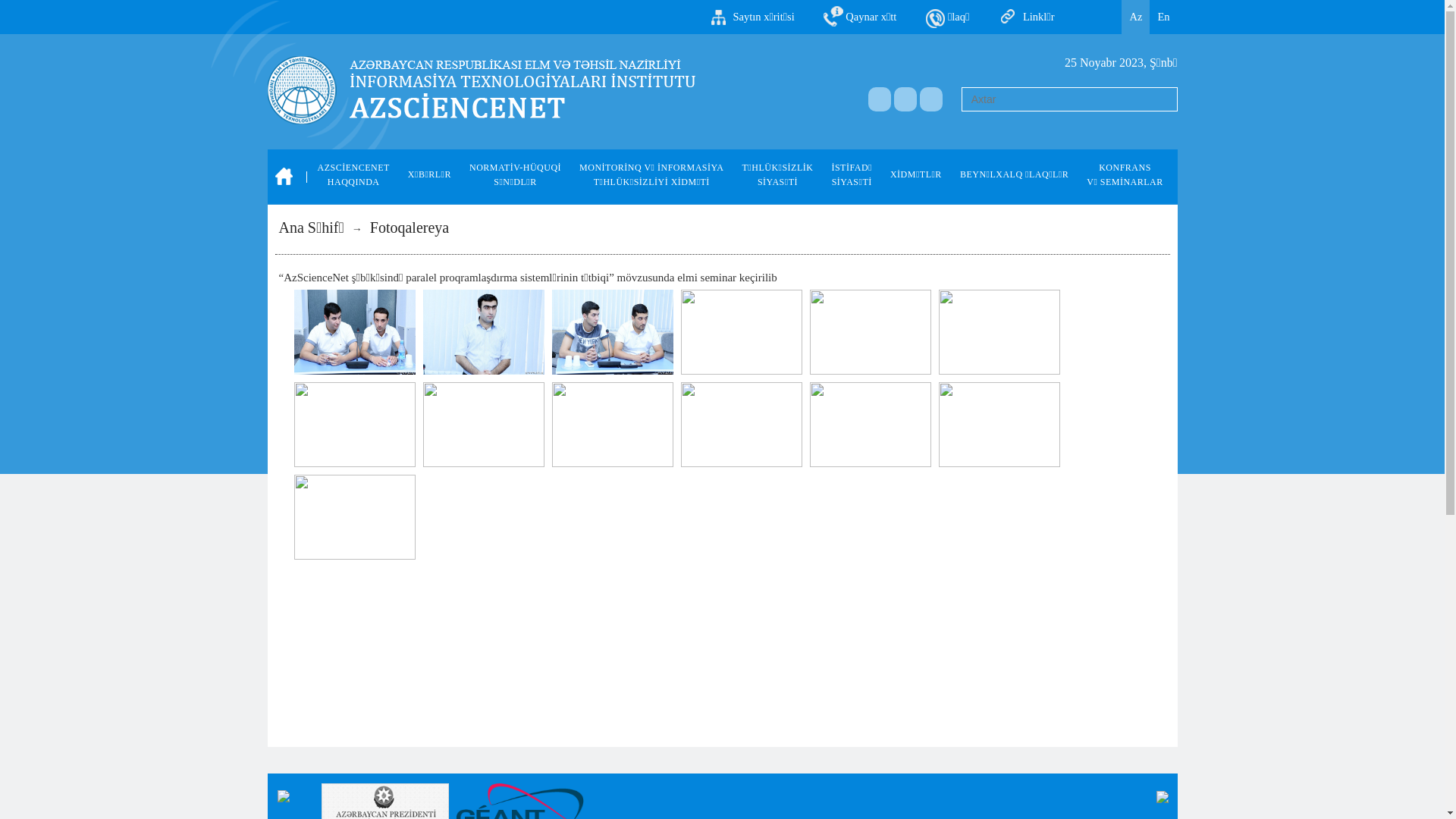  Describe the element at coordinates (409, 227) in the screenshot. I see `'Fotoqalereya'` at that location.